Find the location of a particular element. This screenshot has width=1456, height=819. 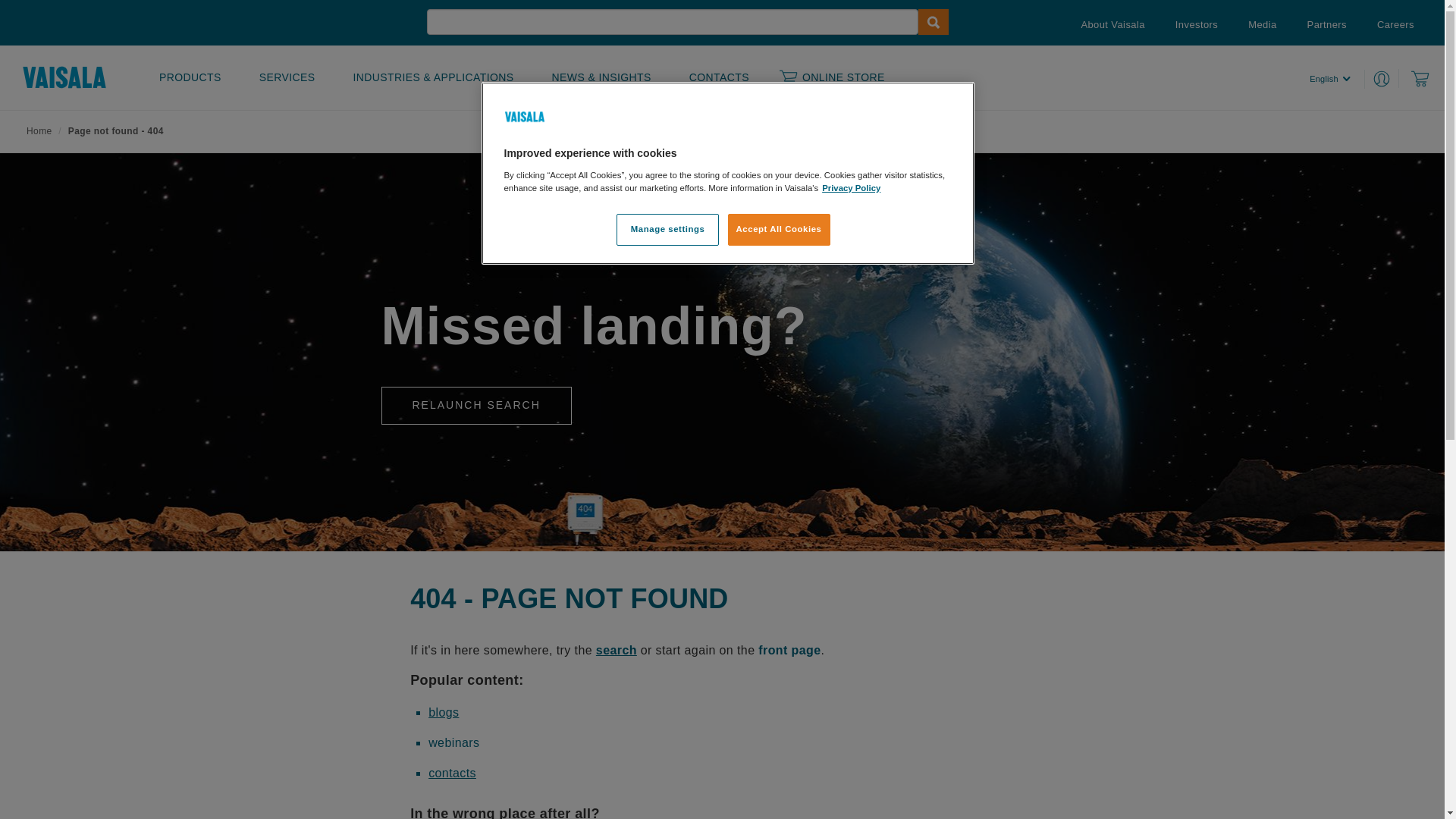

'CONTACTS' is located at coordinates (718, 77).